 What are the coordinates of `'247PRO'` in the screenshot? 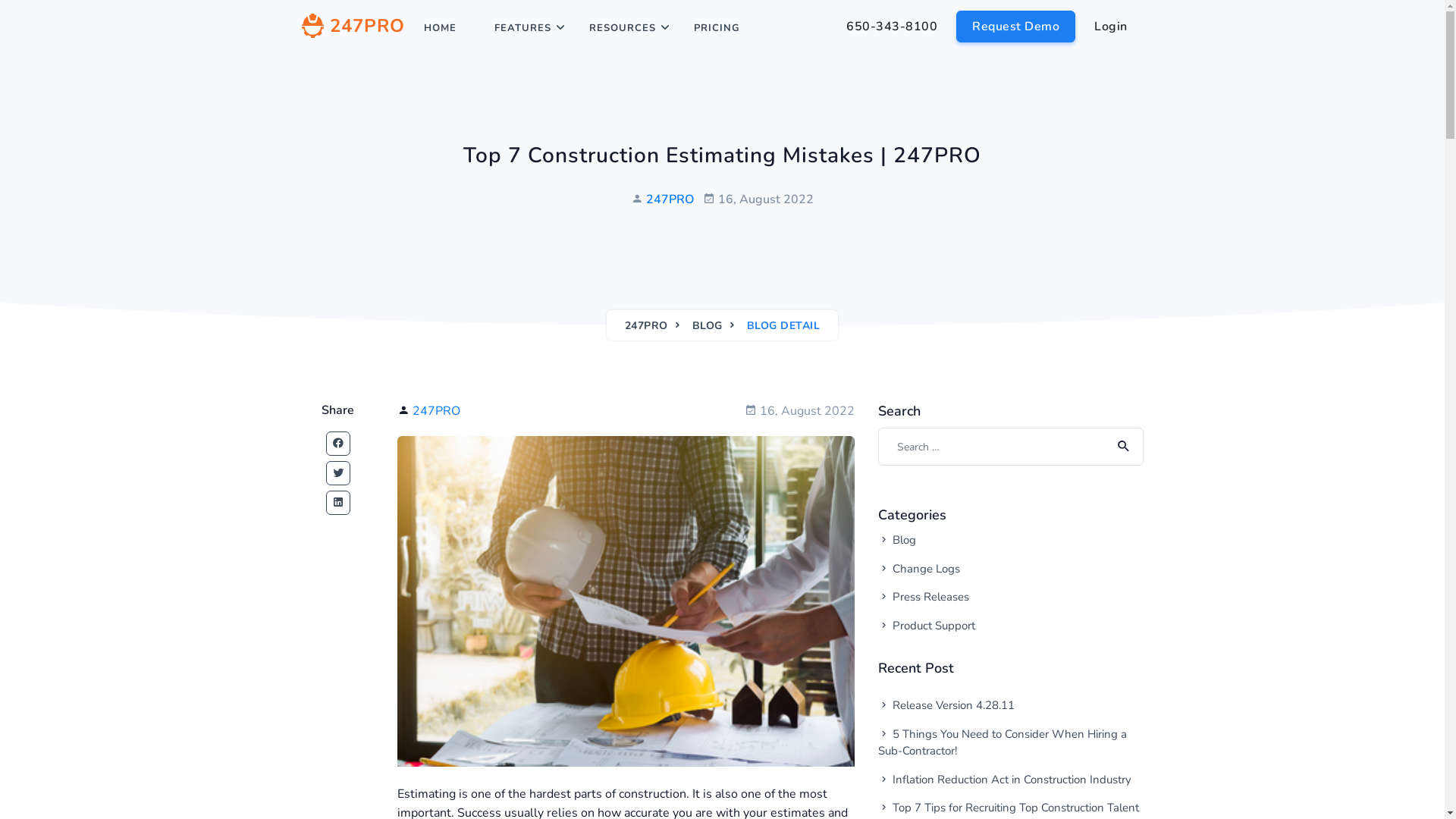 It's located at (302, 28).